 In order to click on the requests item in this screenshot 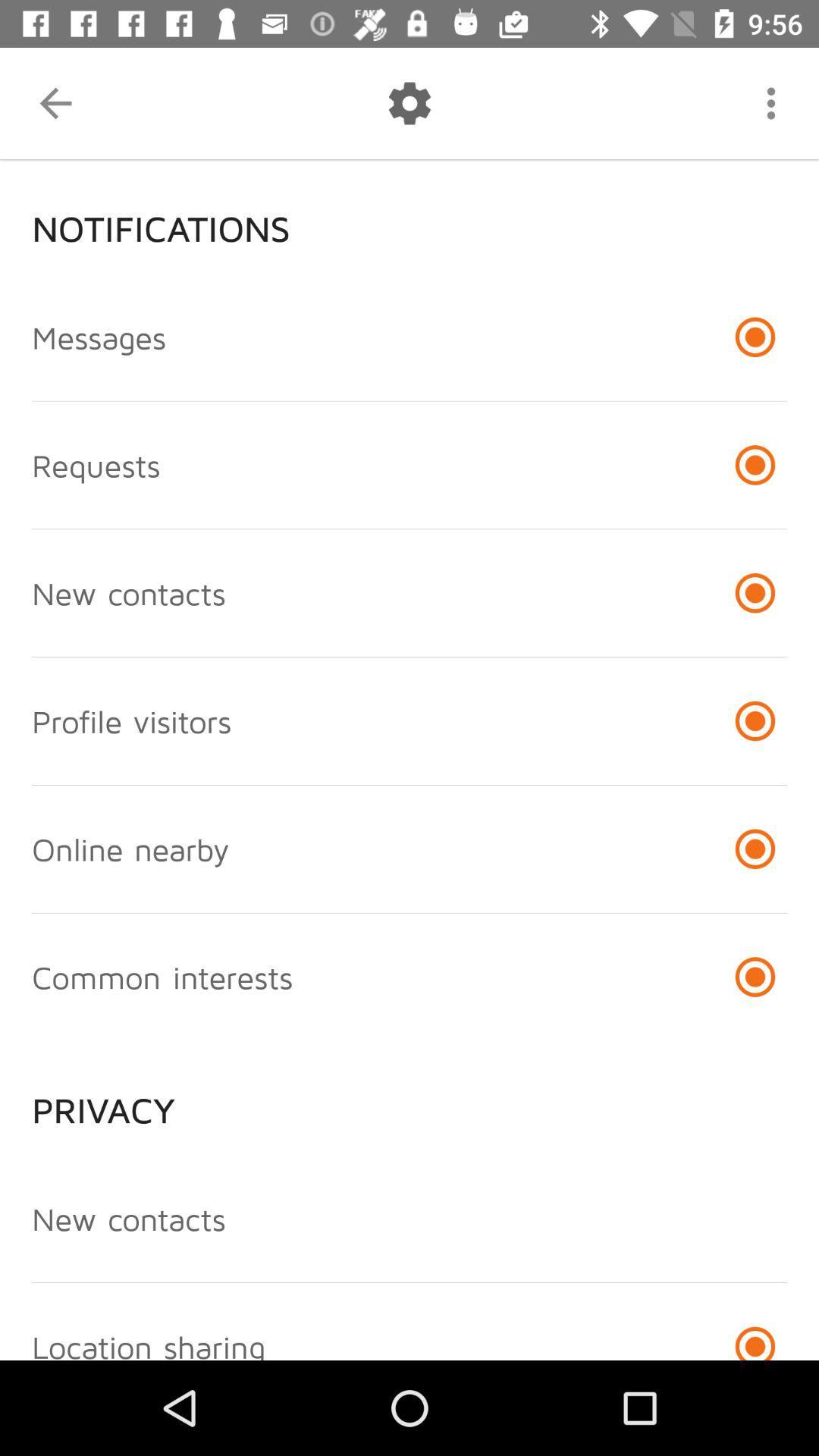, I will do `click(96, 464)`.